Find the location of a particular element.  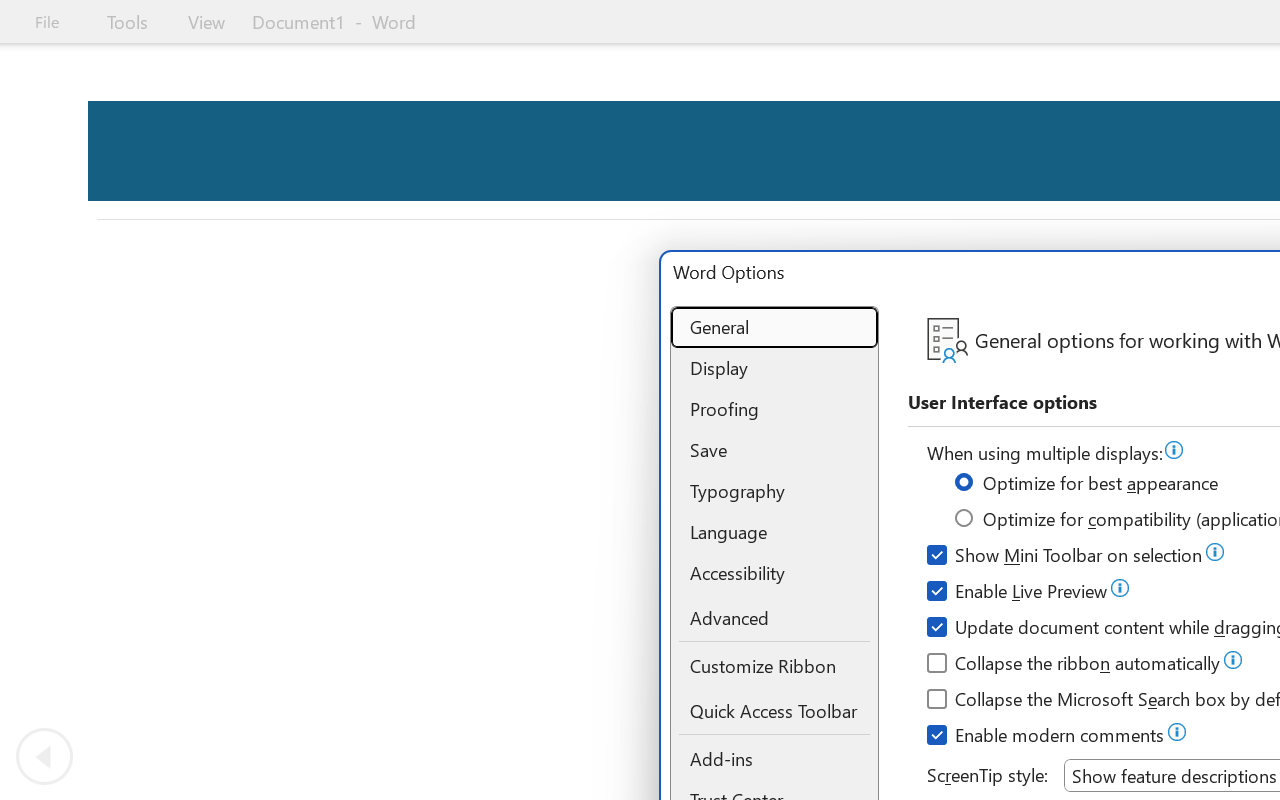

'Proofing' is located at coordinates (773, 409).